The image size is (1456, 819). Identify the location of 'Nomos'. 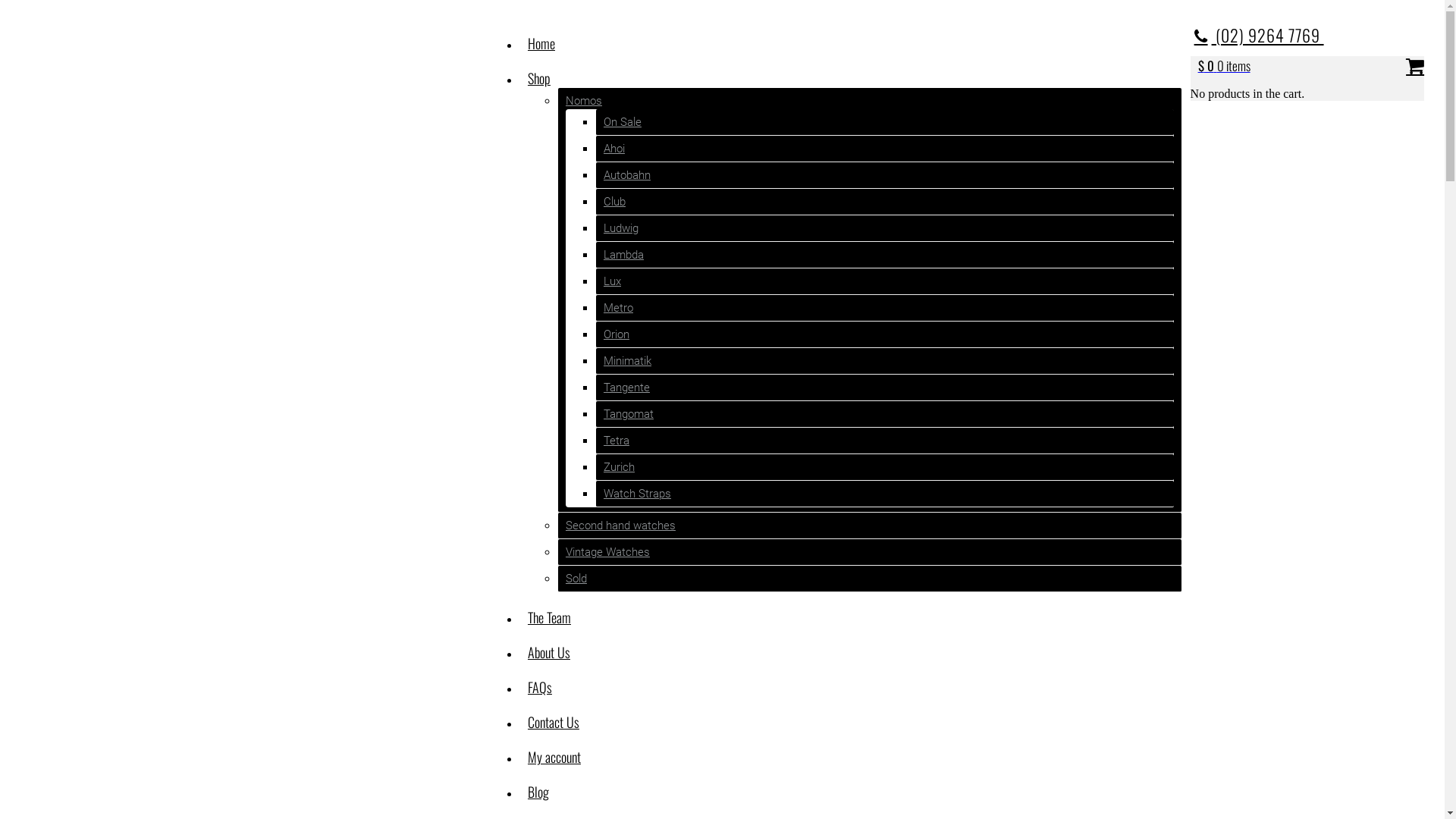
(582, 100).